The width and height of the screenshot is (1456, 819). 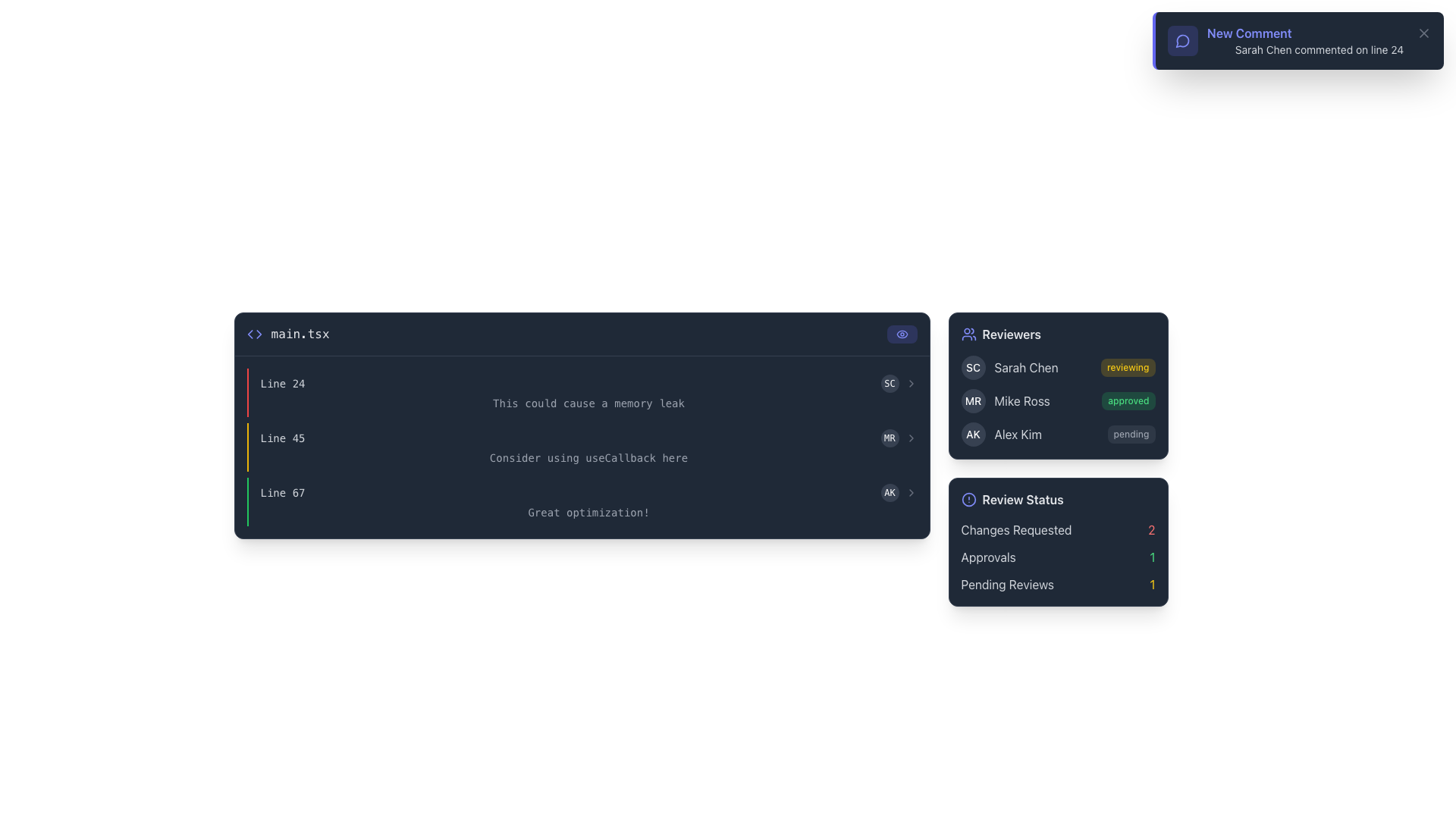 I want to click on the list item labeled 'Line 45' with the metadata 'MR', so click(x=588, y=438).